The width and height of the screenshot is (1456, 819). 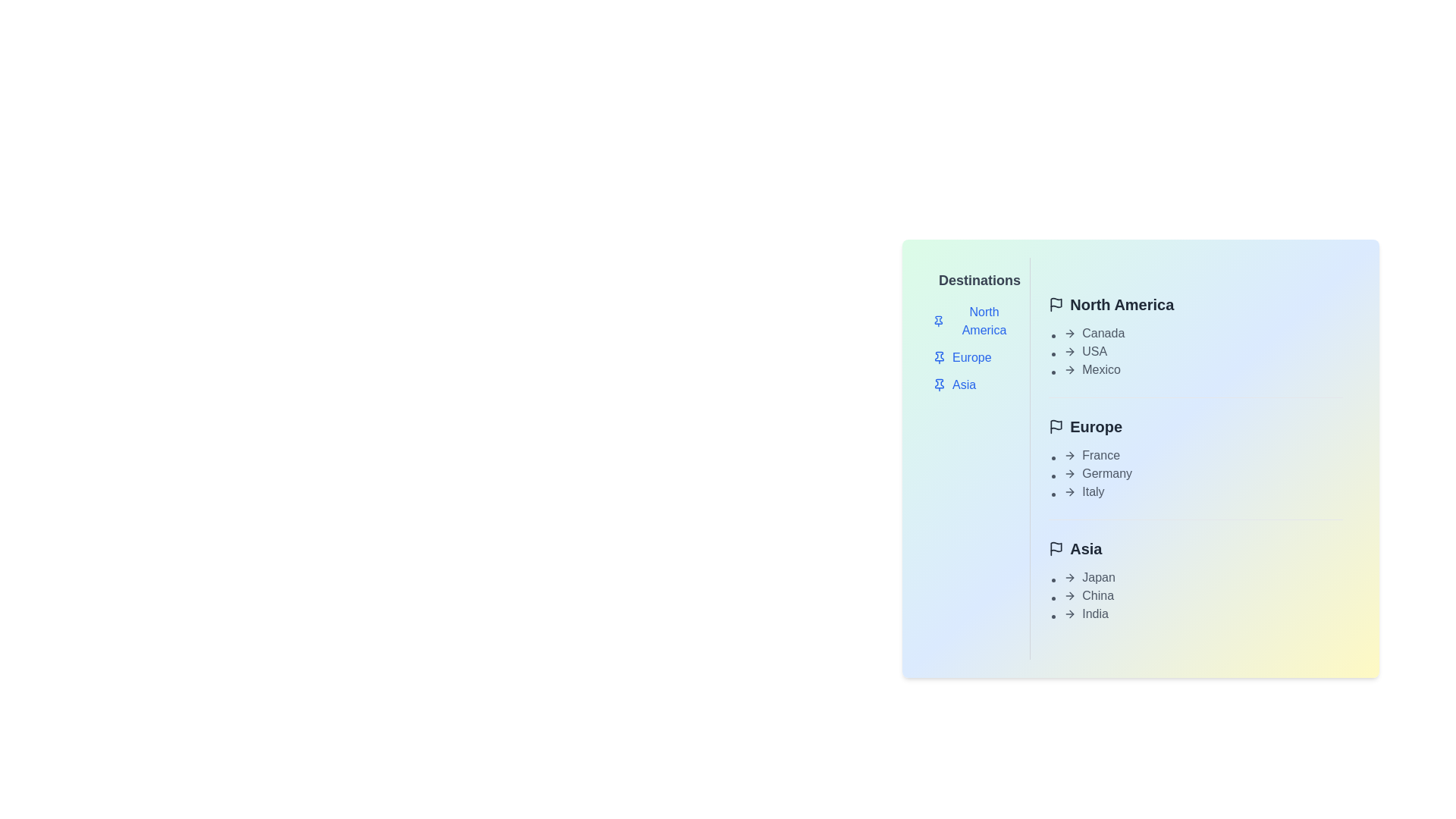 What do you see at coordinates (1056, 303) in the screenshot?
I see `the SVG-based decorative icon representing the 'North America' category in the Destinations panel, which is located to the left of the 'North America' title` at bounding box center [1056, 303].